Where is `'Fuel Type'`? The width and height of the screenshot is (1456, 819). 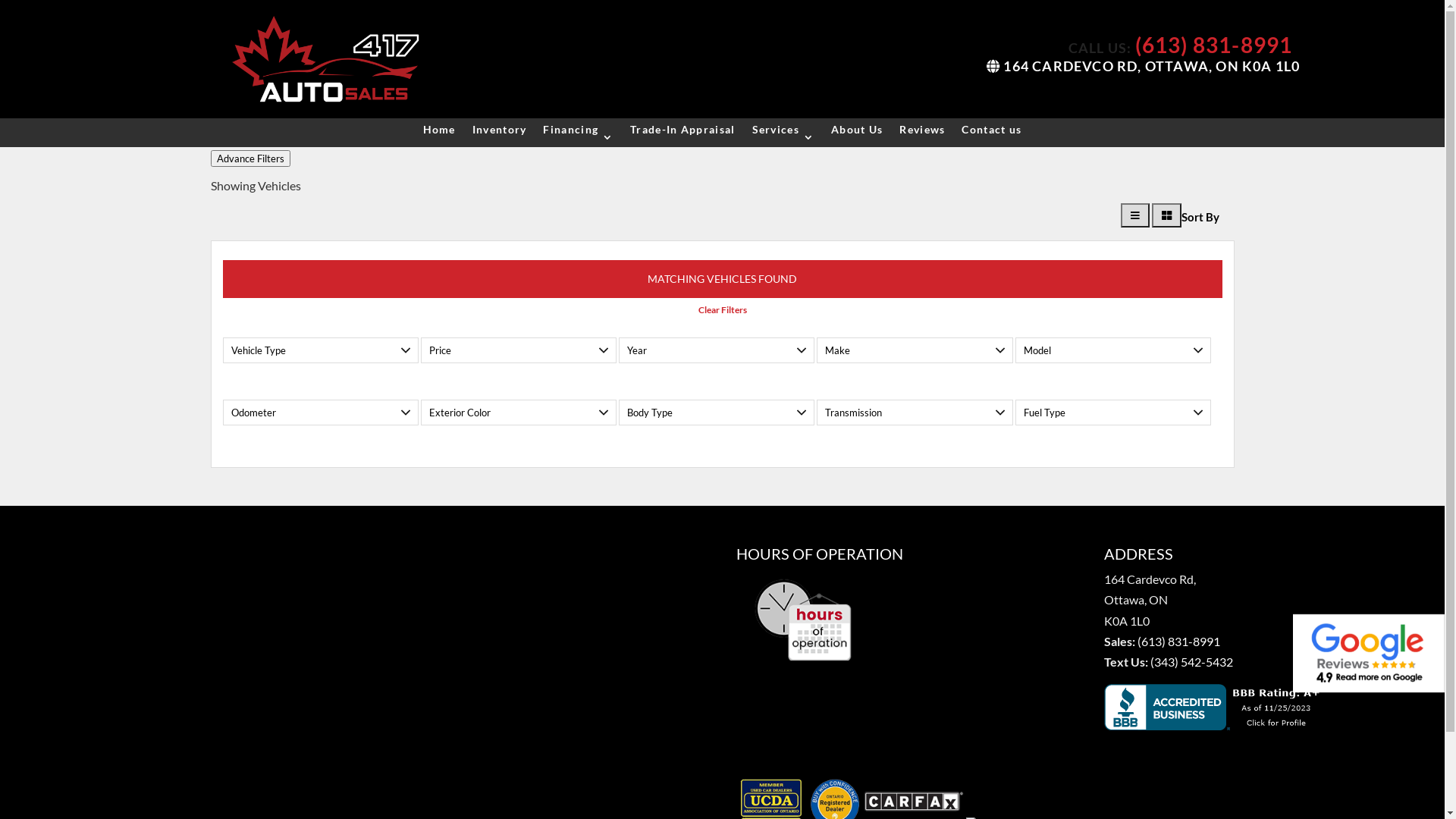
'Fuel Type' is located at coordinates (1015, 412).